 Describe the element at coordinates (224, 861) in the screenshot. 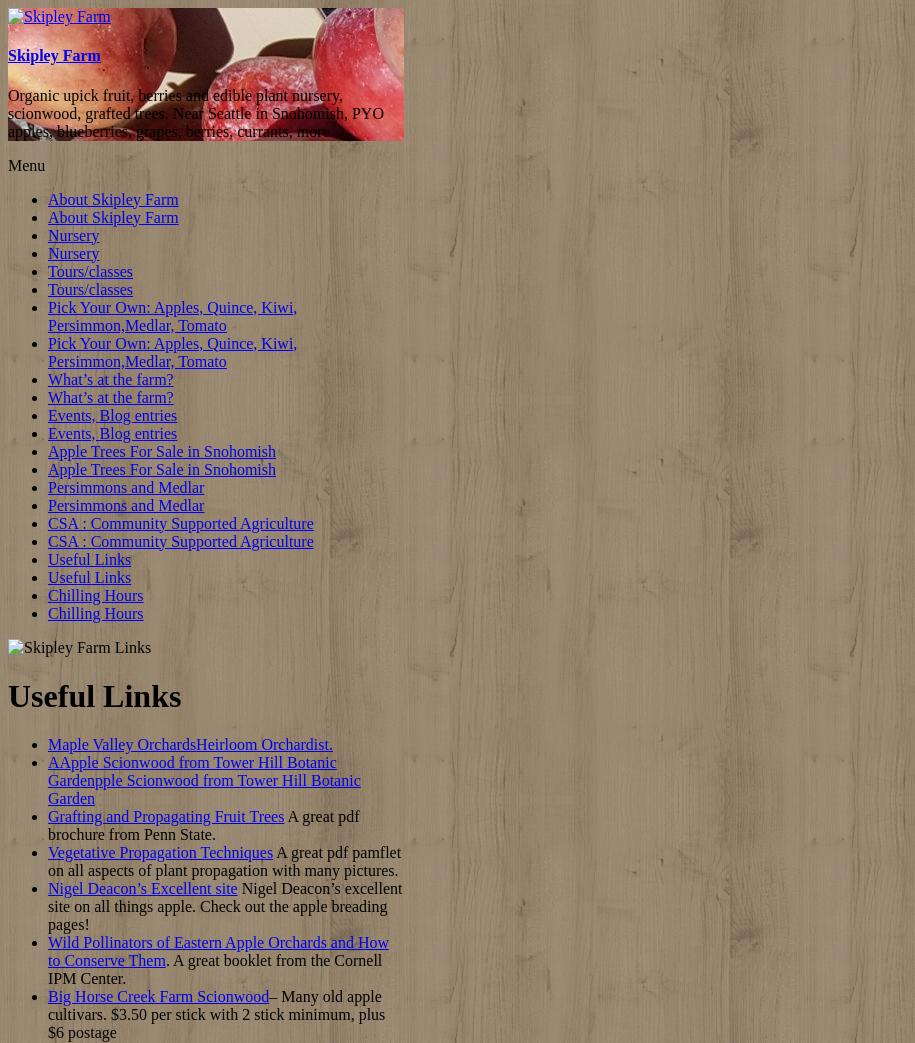

I see `'A great pdf pamflet on all aspects of plant propagation with many pictures.'` at that location.